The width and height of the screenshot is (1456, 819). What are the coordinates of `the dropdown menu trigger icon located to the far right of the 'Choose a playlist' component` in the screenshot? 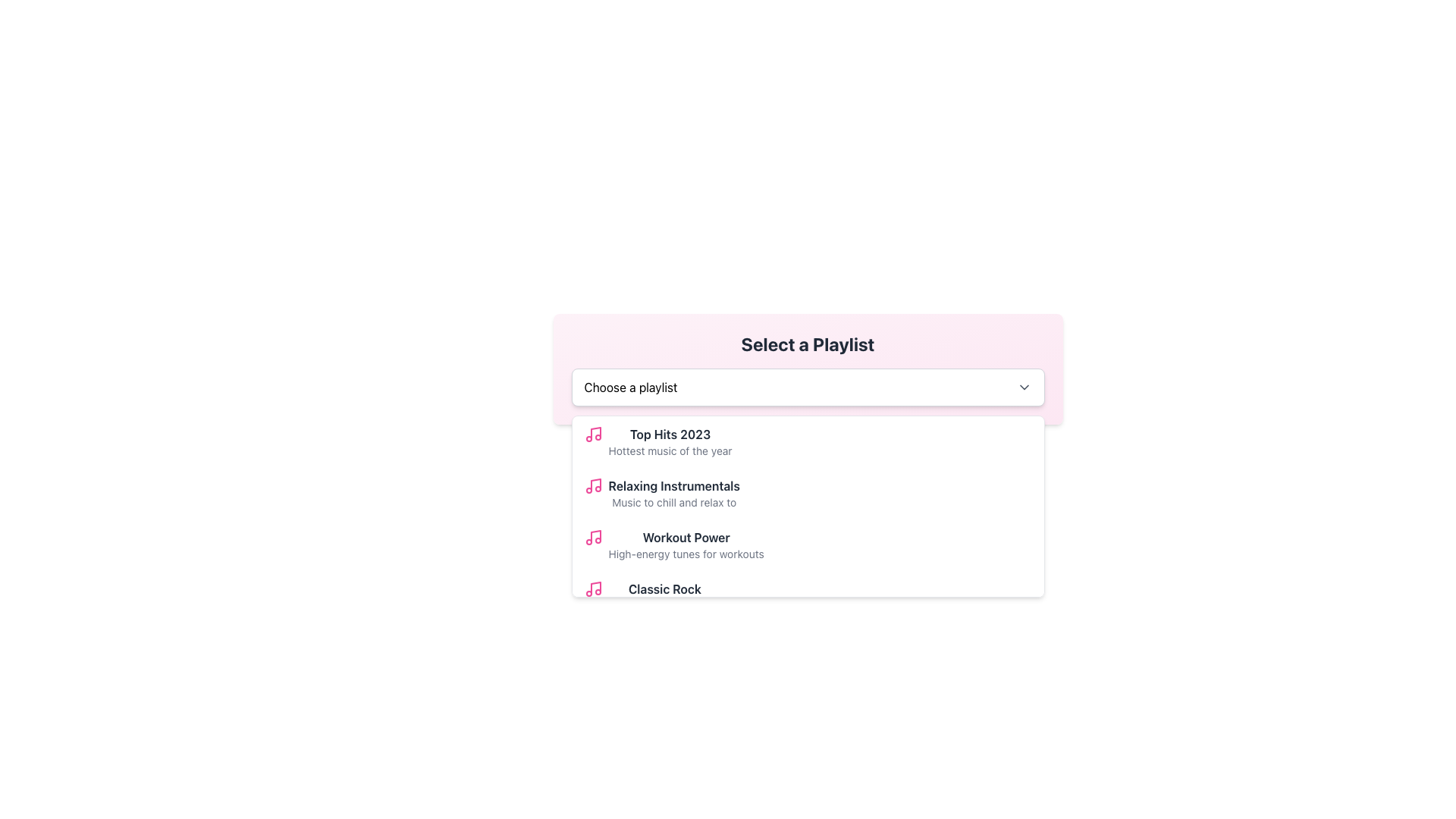 It's located at (1024, 386).